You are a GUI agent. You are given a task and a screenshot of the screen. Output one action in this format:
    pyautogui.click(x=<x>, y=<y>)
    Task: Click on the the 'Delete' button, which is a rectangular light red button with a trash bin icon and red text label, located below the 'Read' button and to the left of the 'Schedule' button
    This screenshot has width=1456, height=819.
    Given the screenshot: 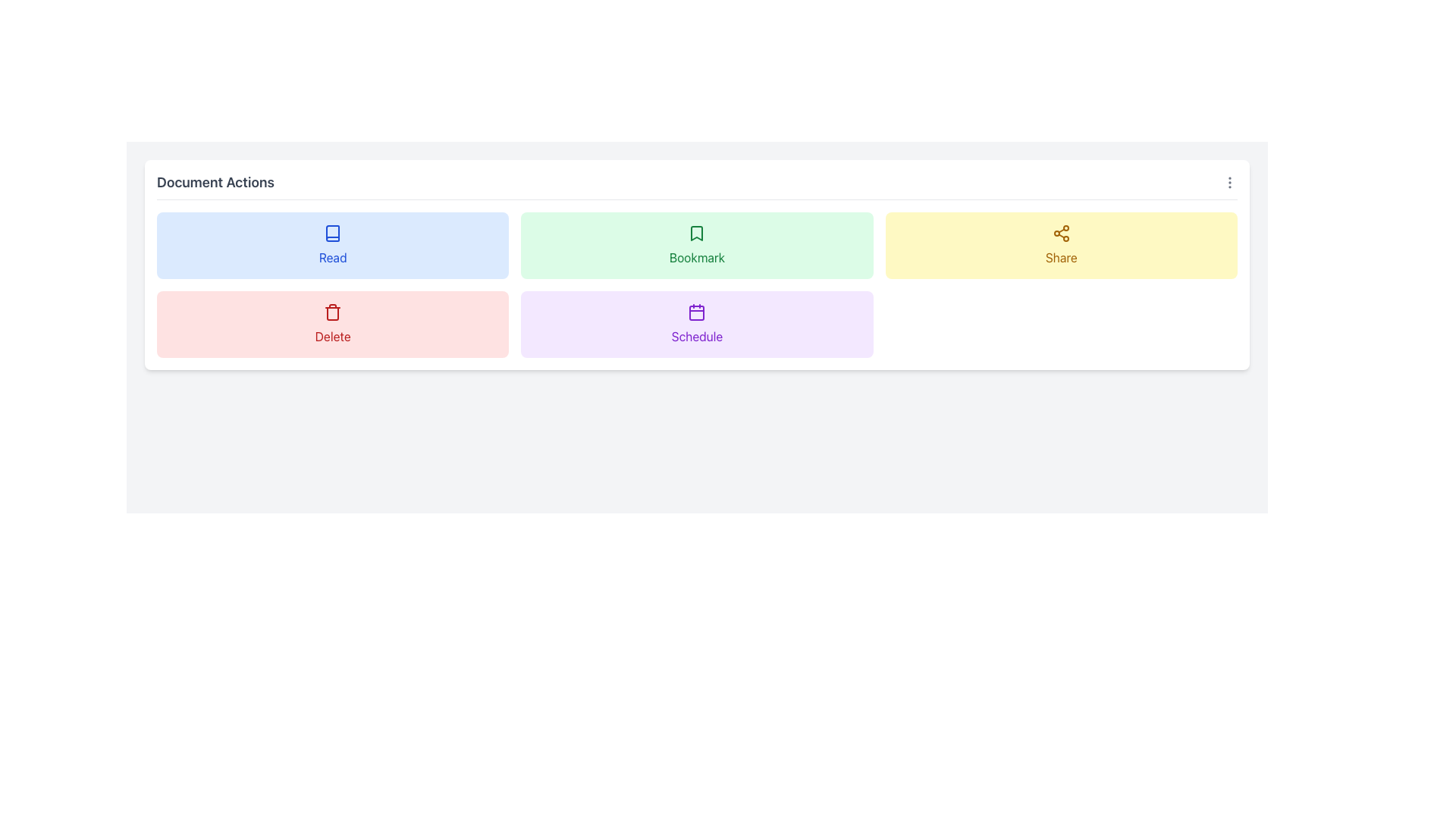 What is the action you would take?
    pyautogui.click(x=332, y=324)
    